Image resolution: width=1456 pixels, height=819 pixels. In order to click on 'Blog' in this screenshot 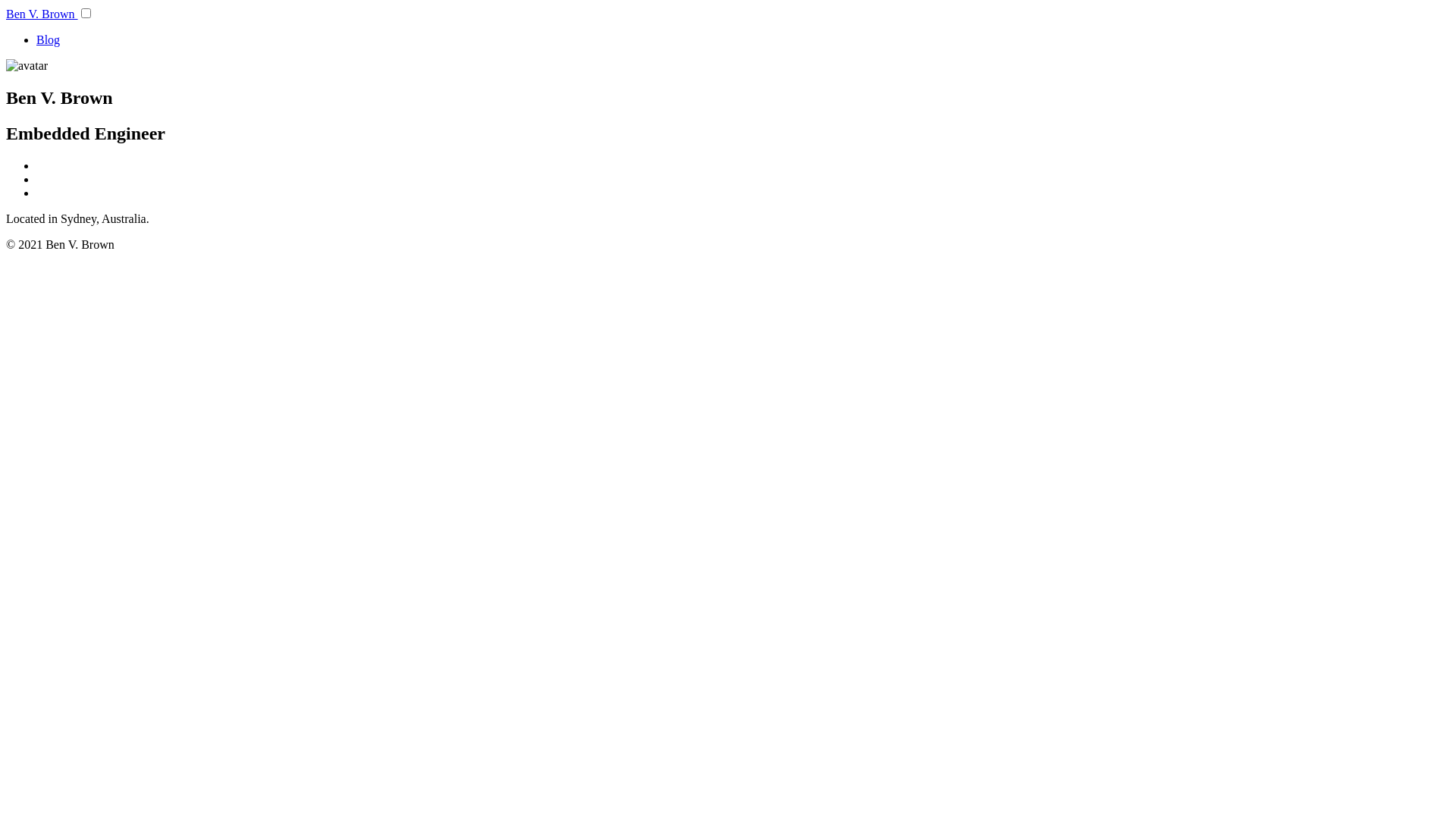, I will do `click(48, 39)`.